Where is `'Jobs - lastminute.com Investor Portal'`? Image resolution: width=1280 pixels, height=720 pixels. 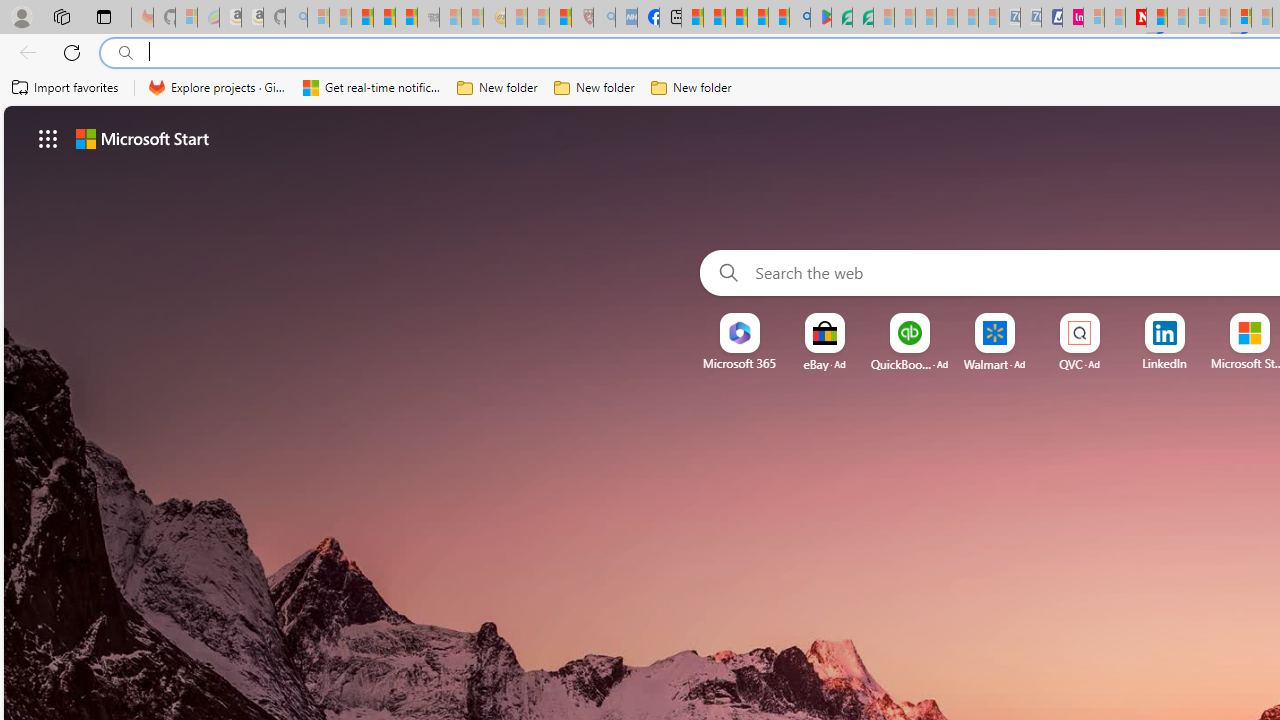
'Jobs - lastminute.com Investor Portal' is located at coordinates (1071, 17).